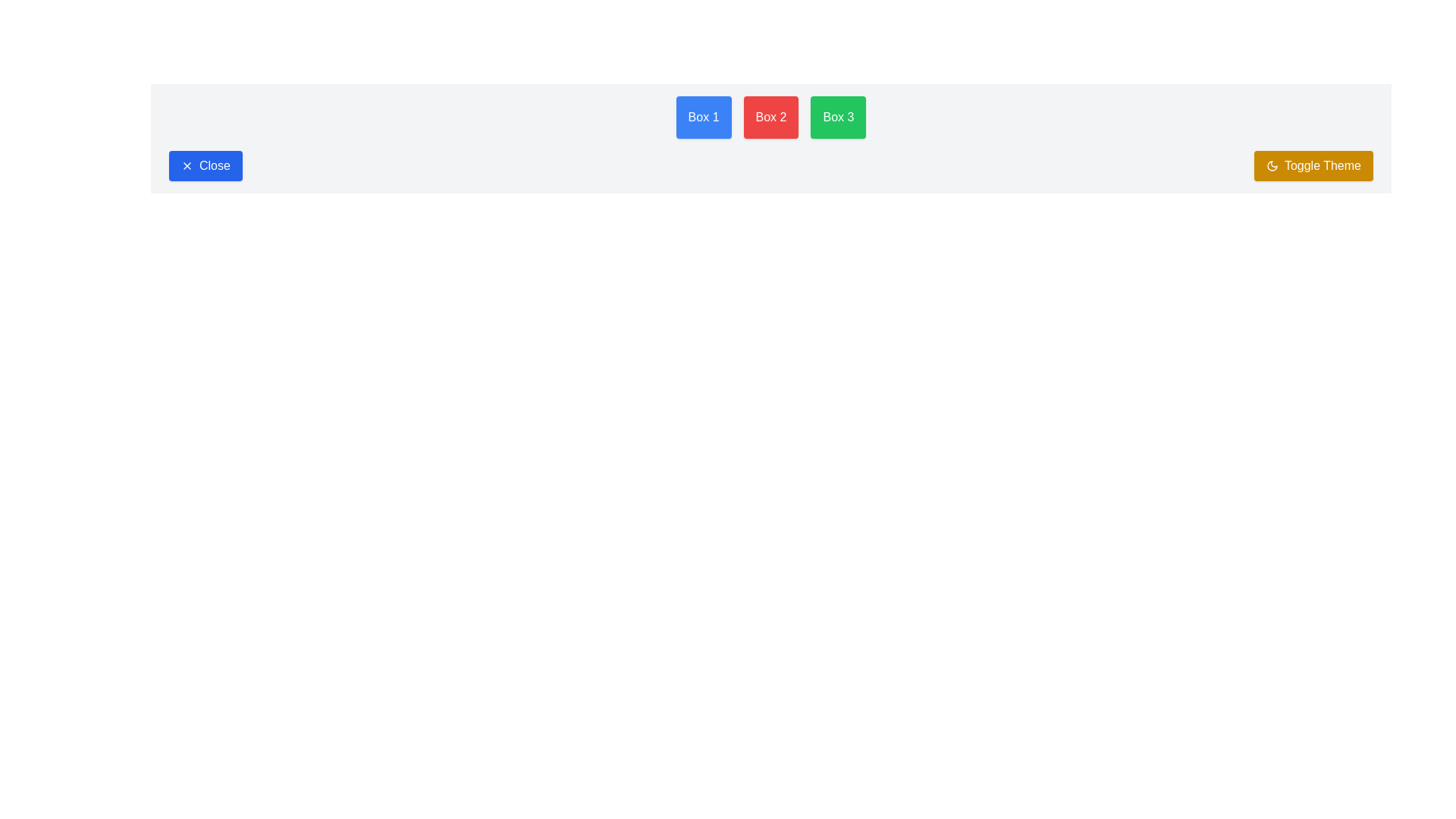 This screenshot has height=819, width=1456. What do you see at coordinates (1272, 166) in the screenshot?
I see `the yellow 'Toggle Theme' button that contains the gold moon-shaped SVG icon positioned to its left` at bounding box center [1272, 166].